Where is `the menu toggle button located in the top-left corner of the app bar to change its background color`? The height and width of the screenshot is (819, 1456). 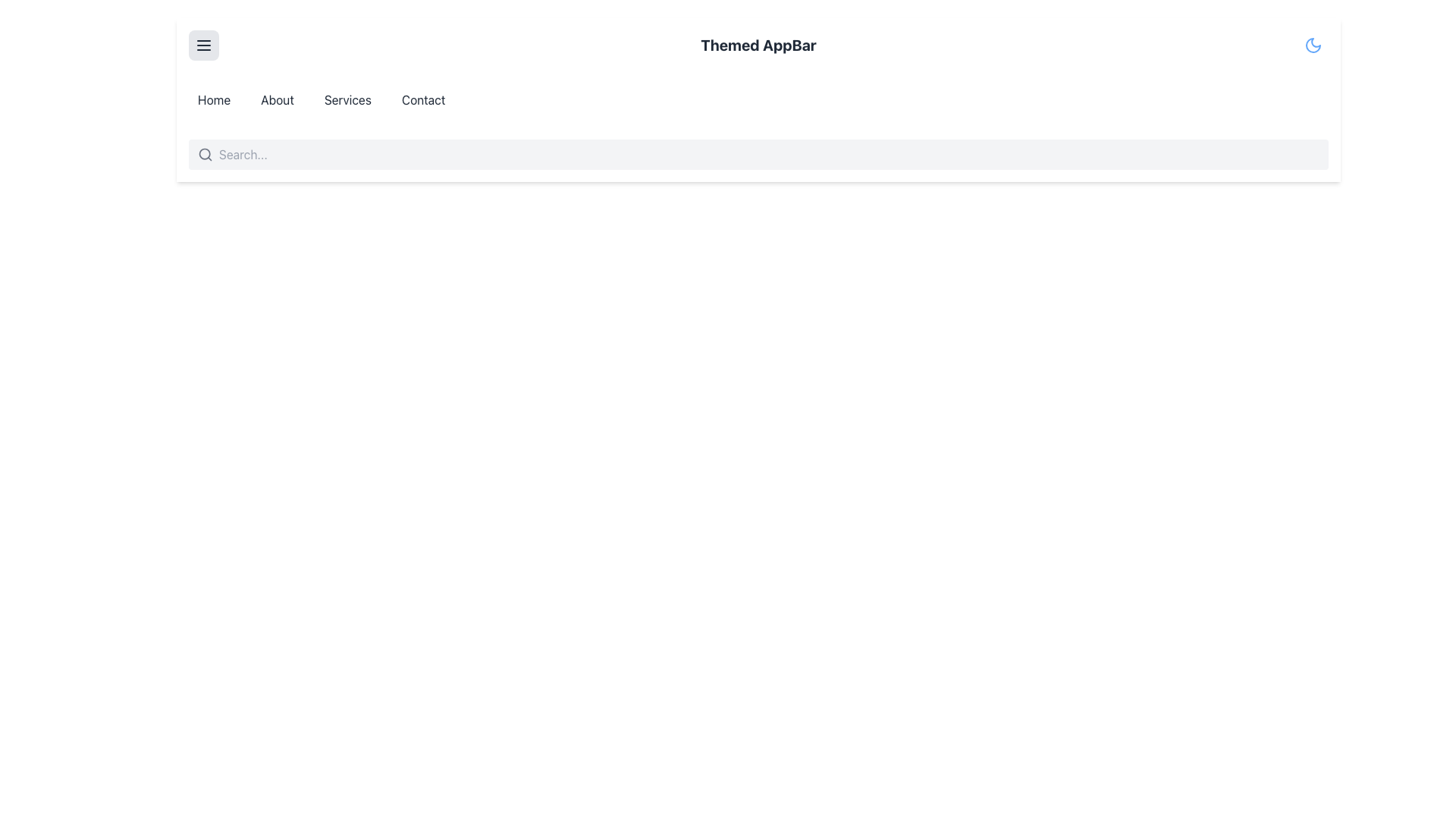
the menu toggle button located in the top-left corner of the app bar to change its background color is located at coordinates (202, 45).